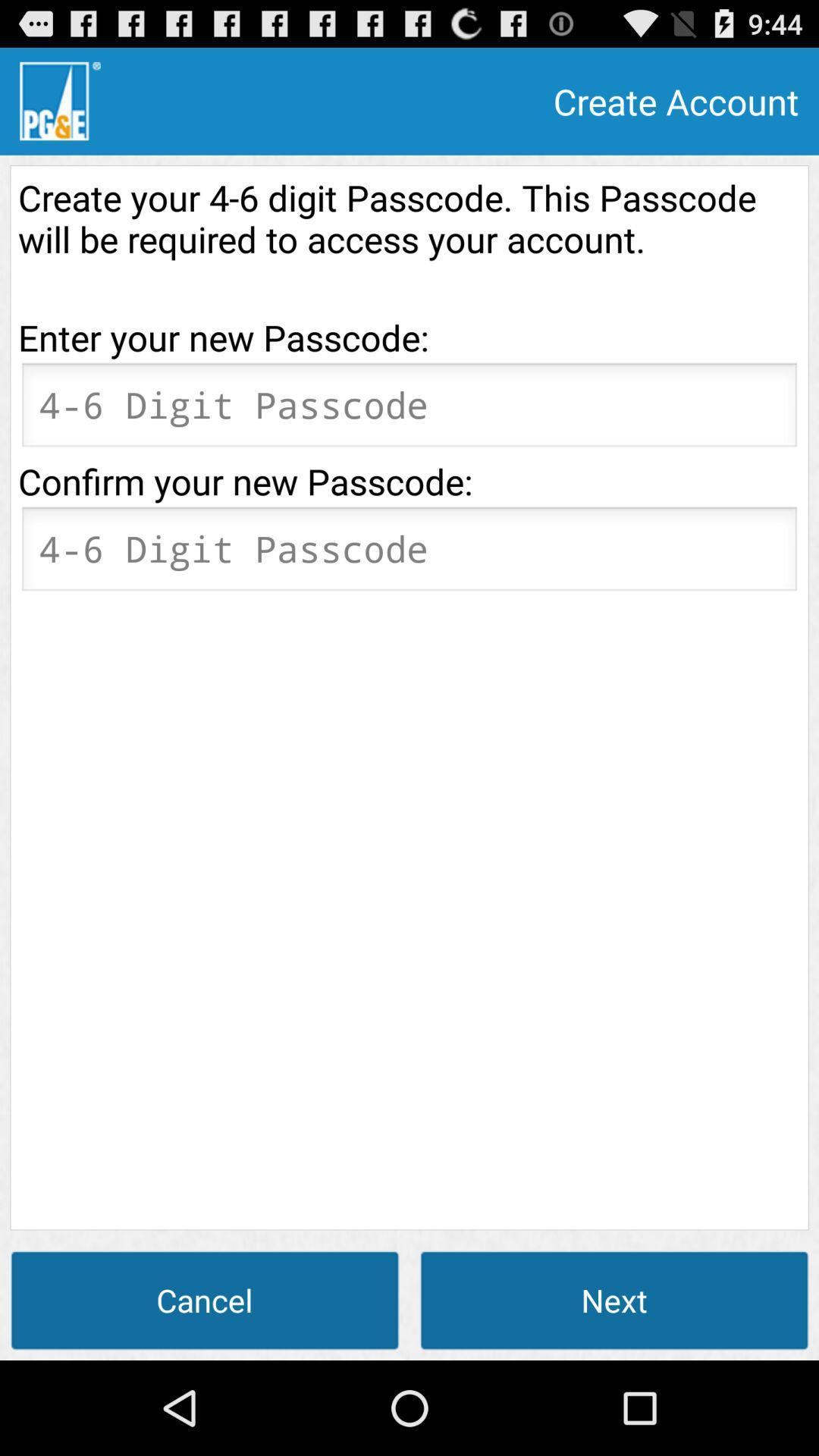 This screenshot has width=819, height=1456. What do you see at coordinates (205, 1299) in the screenshot?
I see `item to the left of the next button` at bounding box center [205, 1299].